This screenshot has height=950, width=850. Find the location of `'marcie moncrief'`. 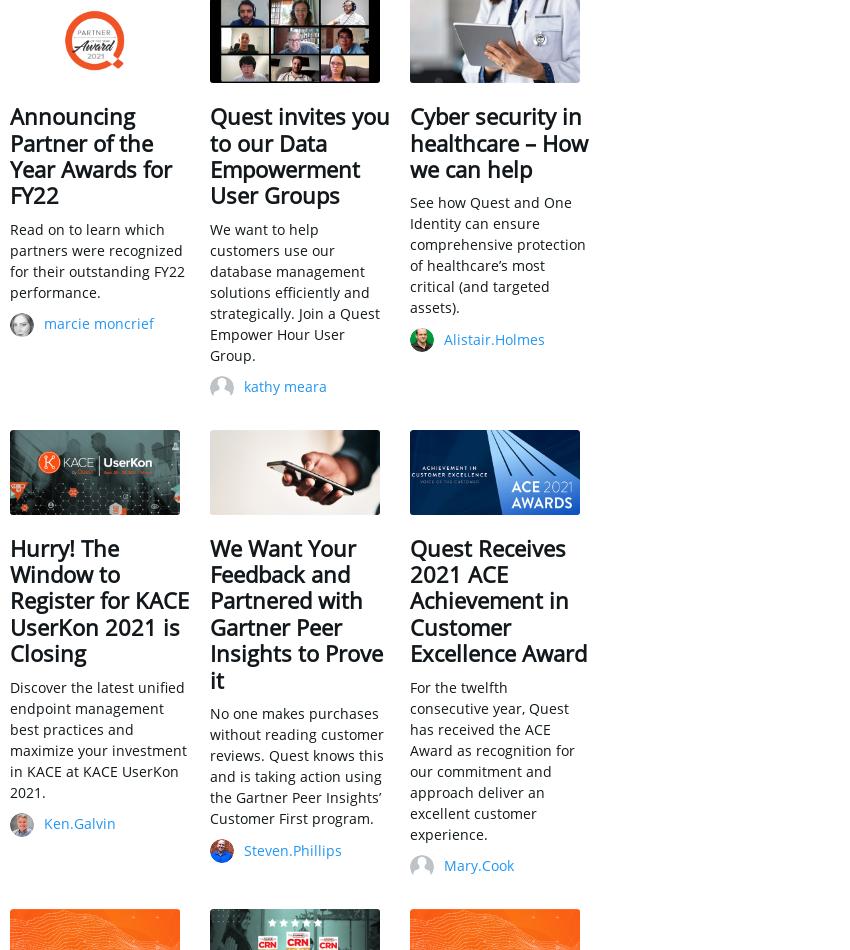

'marcie moncrief' is located at coordinates (44, 322).